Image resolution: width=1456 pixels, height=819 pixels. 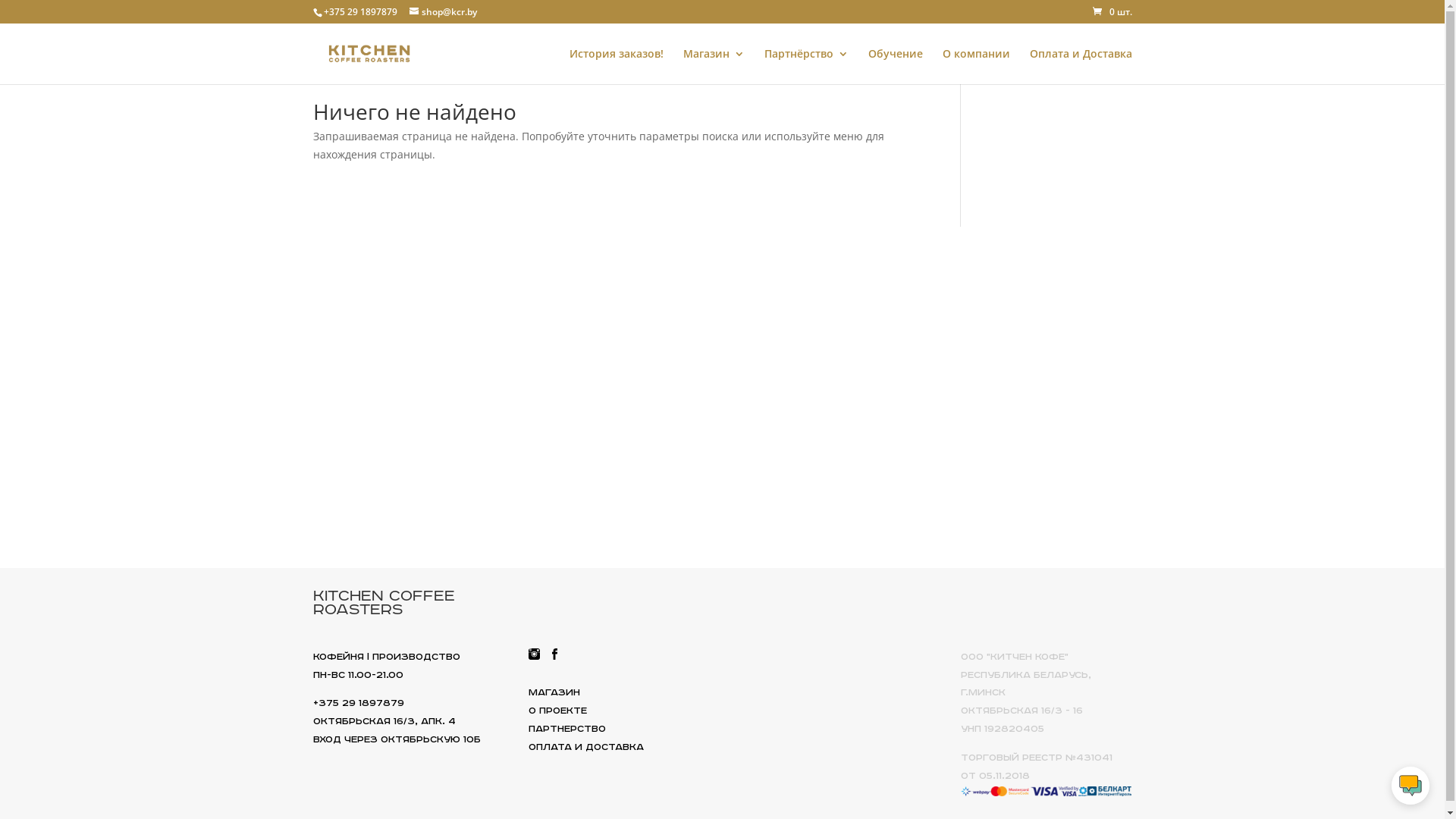 I want to click on '+375 29 1897879', so click(x=359, y=11).